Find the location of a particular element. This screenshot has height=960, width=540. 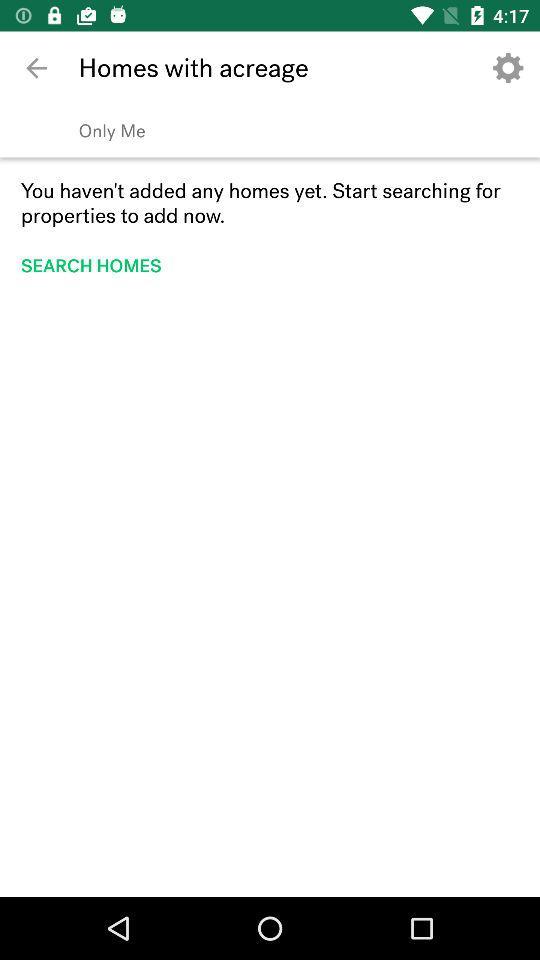

the item above the only me is located at coordinates (508, 68).